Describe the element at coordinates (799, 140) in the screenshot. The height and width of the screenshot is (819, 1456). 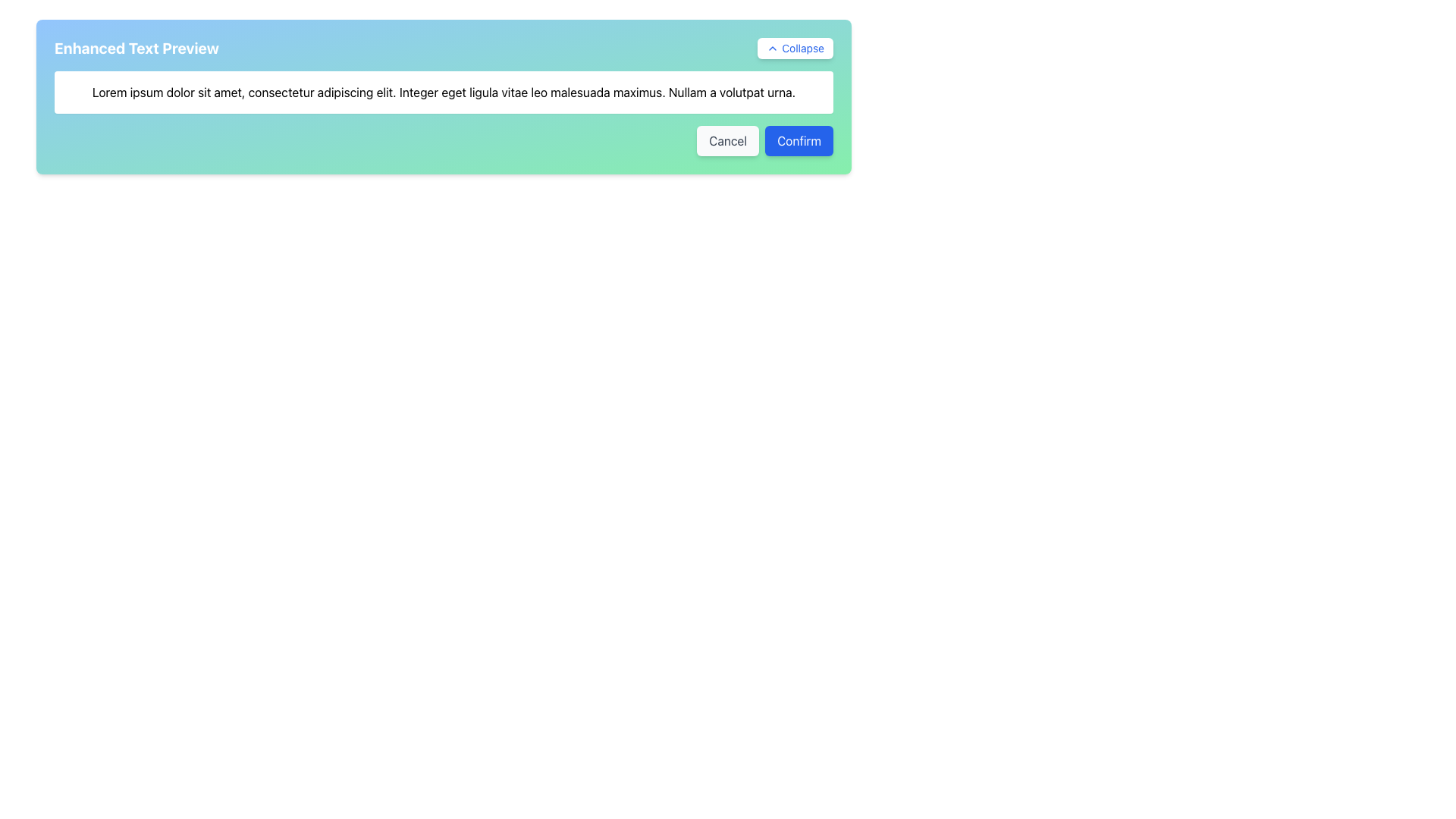
I see `the 'Confirm' button` at that location.